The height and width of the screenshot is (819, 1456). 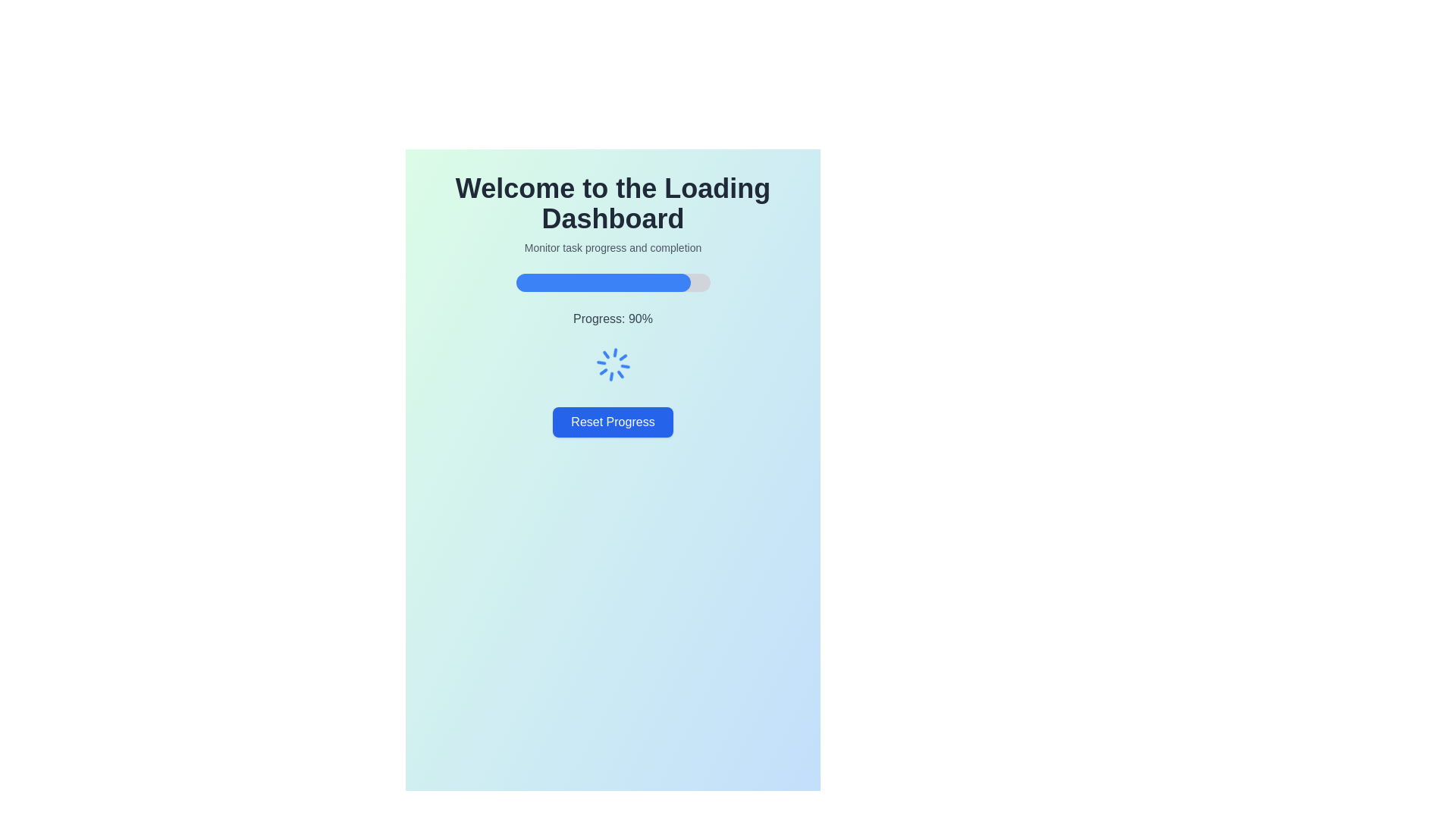 I want to click on the Loading Spinner, which is located in the middle section of the page layout, beneath the 'Progress: 90%' text and above the 'Reset Progress' button, so click(x=613, y=365).